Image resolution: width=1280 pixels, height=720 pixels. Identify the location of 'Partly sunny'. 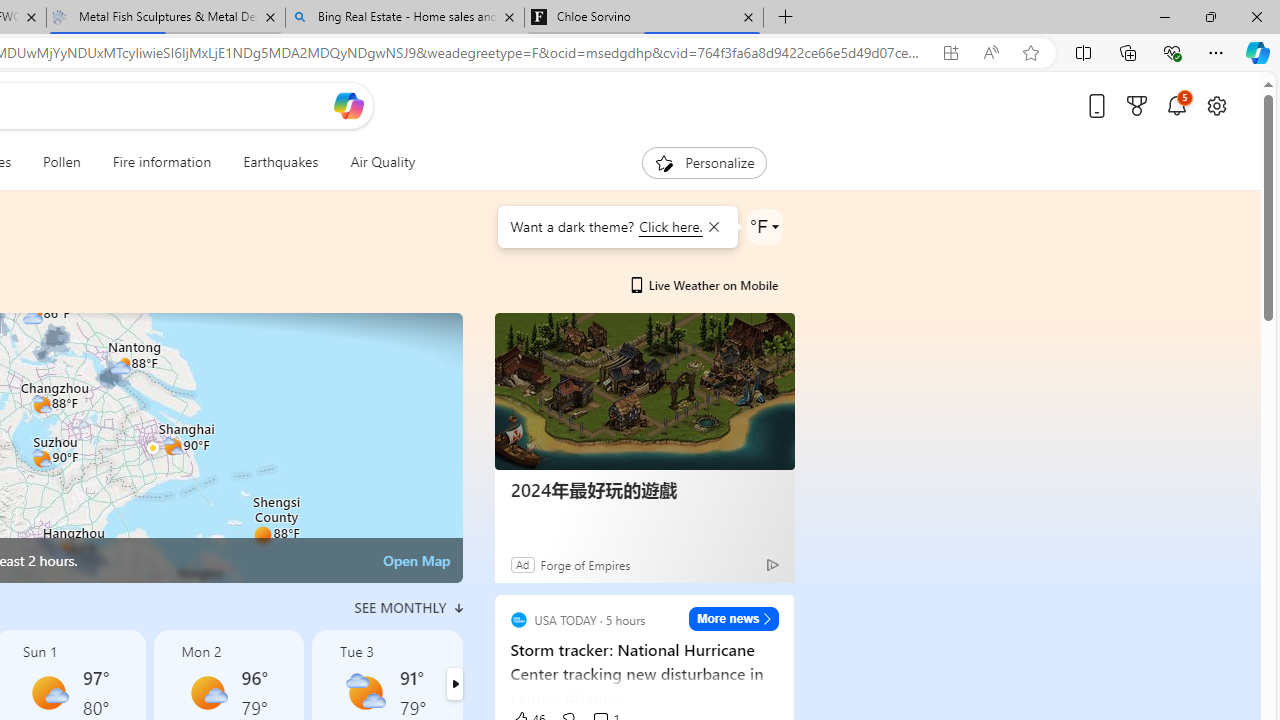
(366, 692).